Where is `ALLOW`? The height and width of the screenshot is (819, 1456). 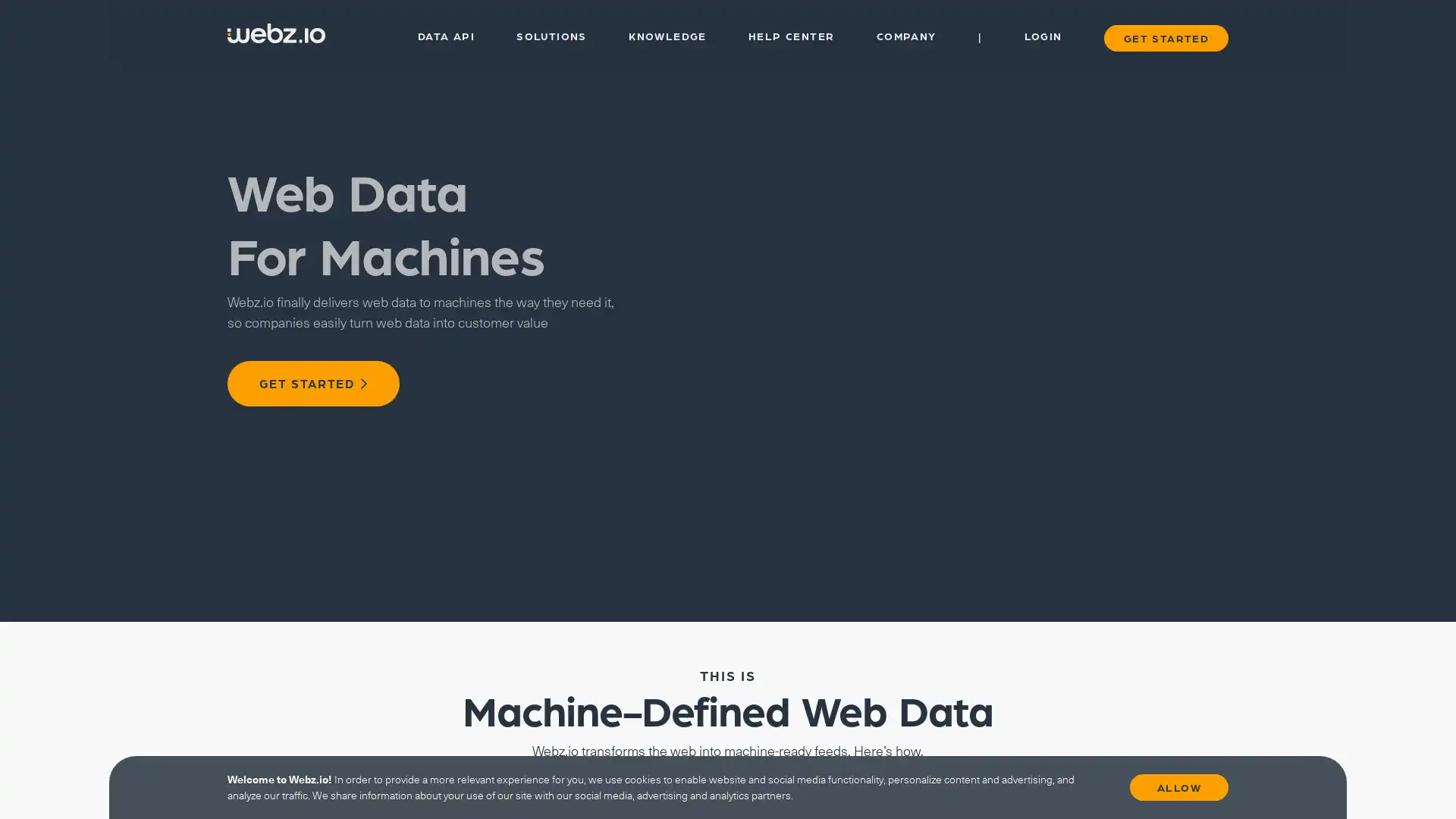
ALLOW is located at coordinates (1178, 786).